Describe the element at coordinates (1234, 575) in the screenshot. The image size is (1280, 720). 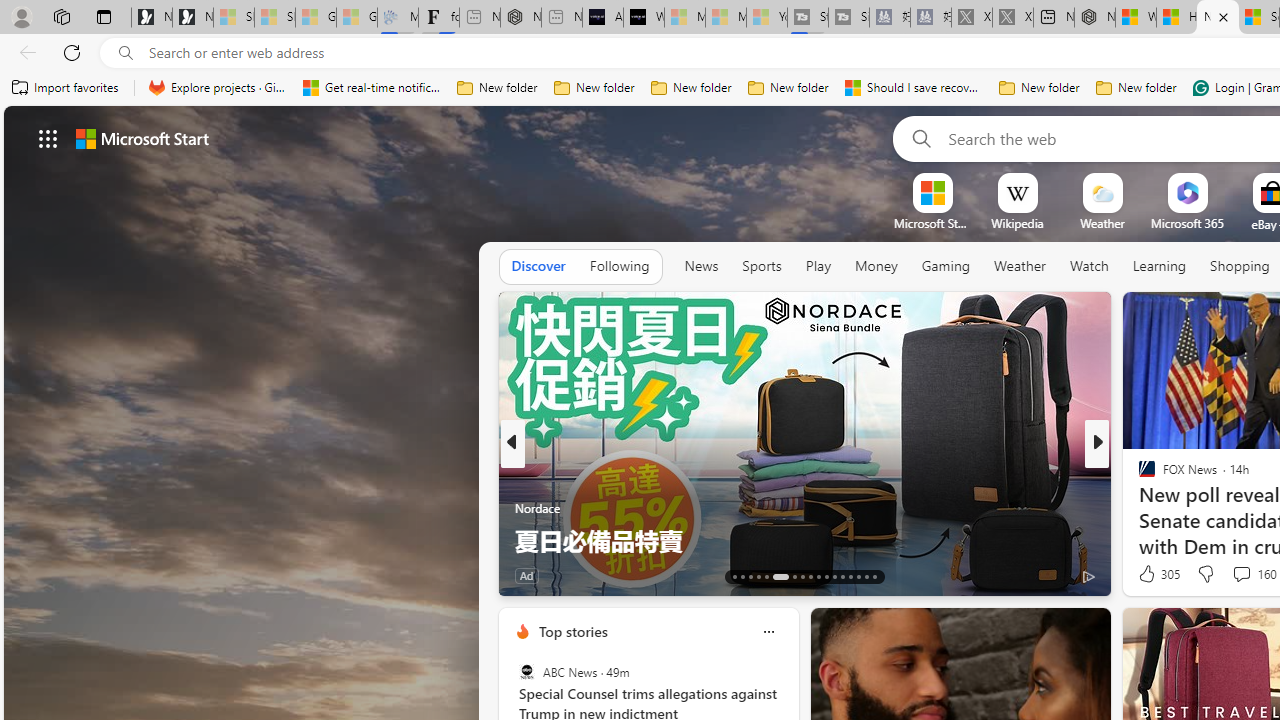
I see `'View comments 5 Comment'` at that location.